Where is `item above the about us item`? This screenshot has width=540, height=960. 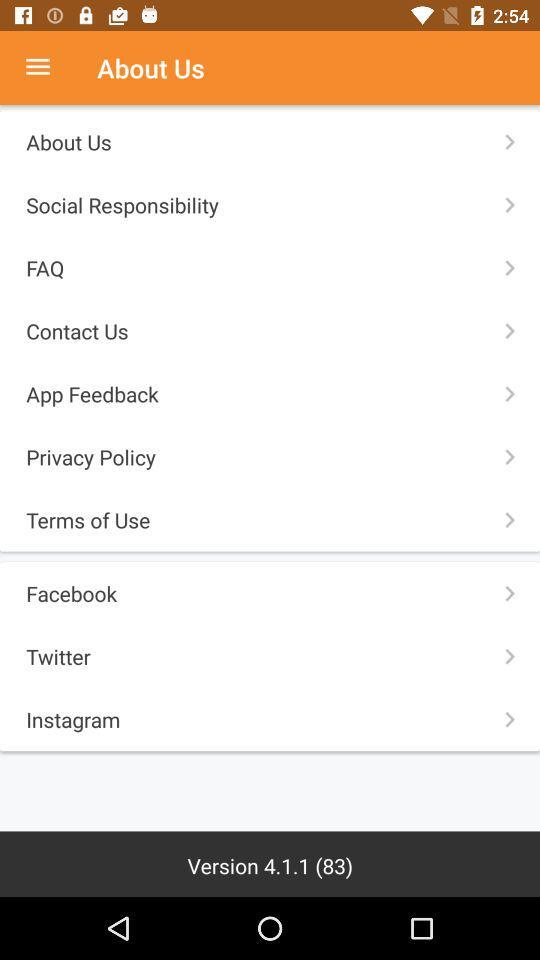 item above the about us item is located at coordinates (48, 68).